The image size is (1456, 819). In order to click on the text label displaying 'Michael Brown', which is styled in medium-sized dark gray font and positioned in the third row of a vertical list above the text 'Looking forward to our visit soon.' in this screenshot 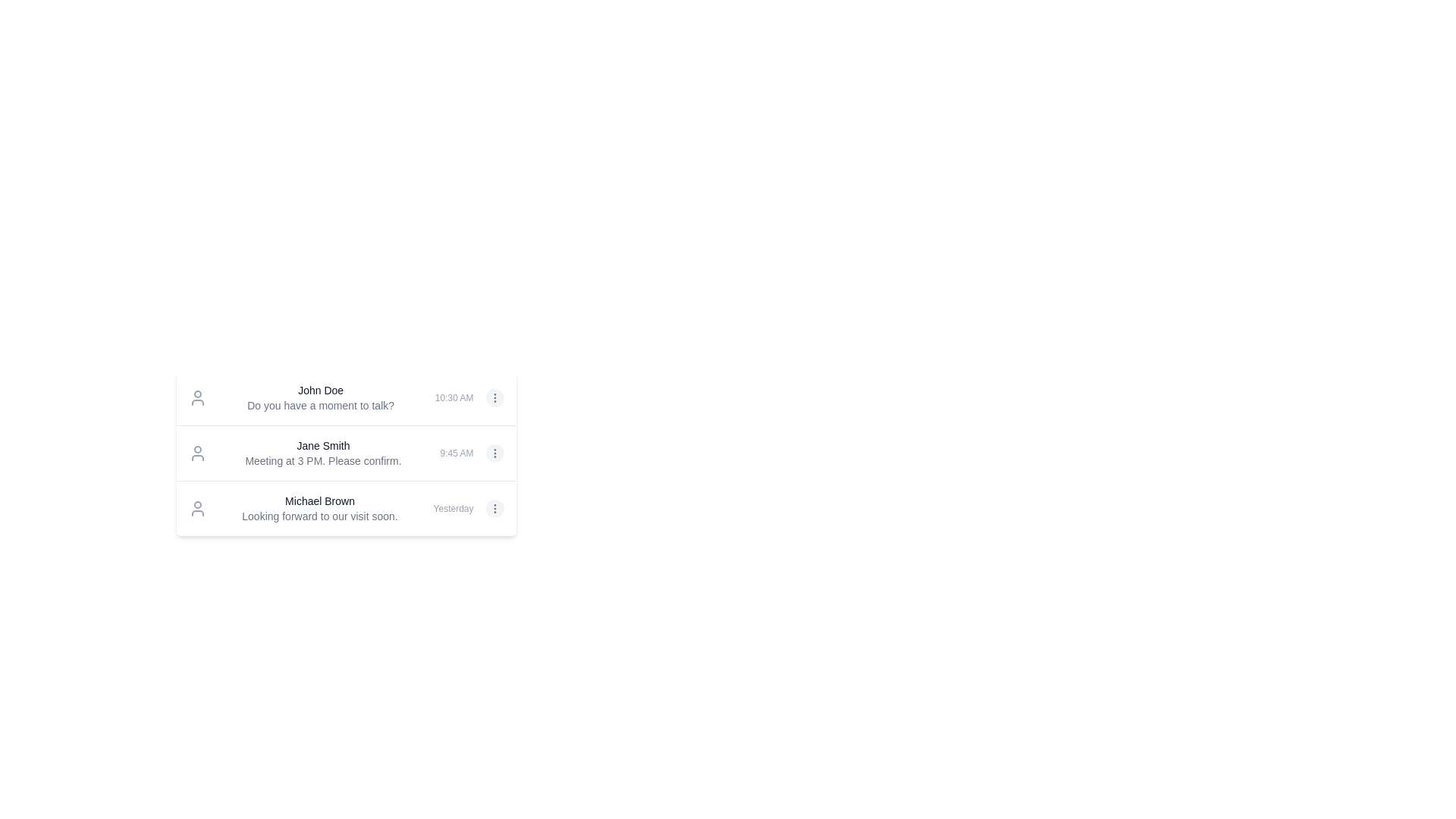, I will do `click(319, 500)`.